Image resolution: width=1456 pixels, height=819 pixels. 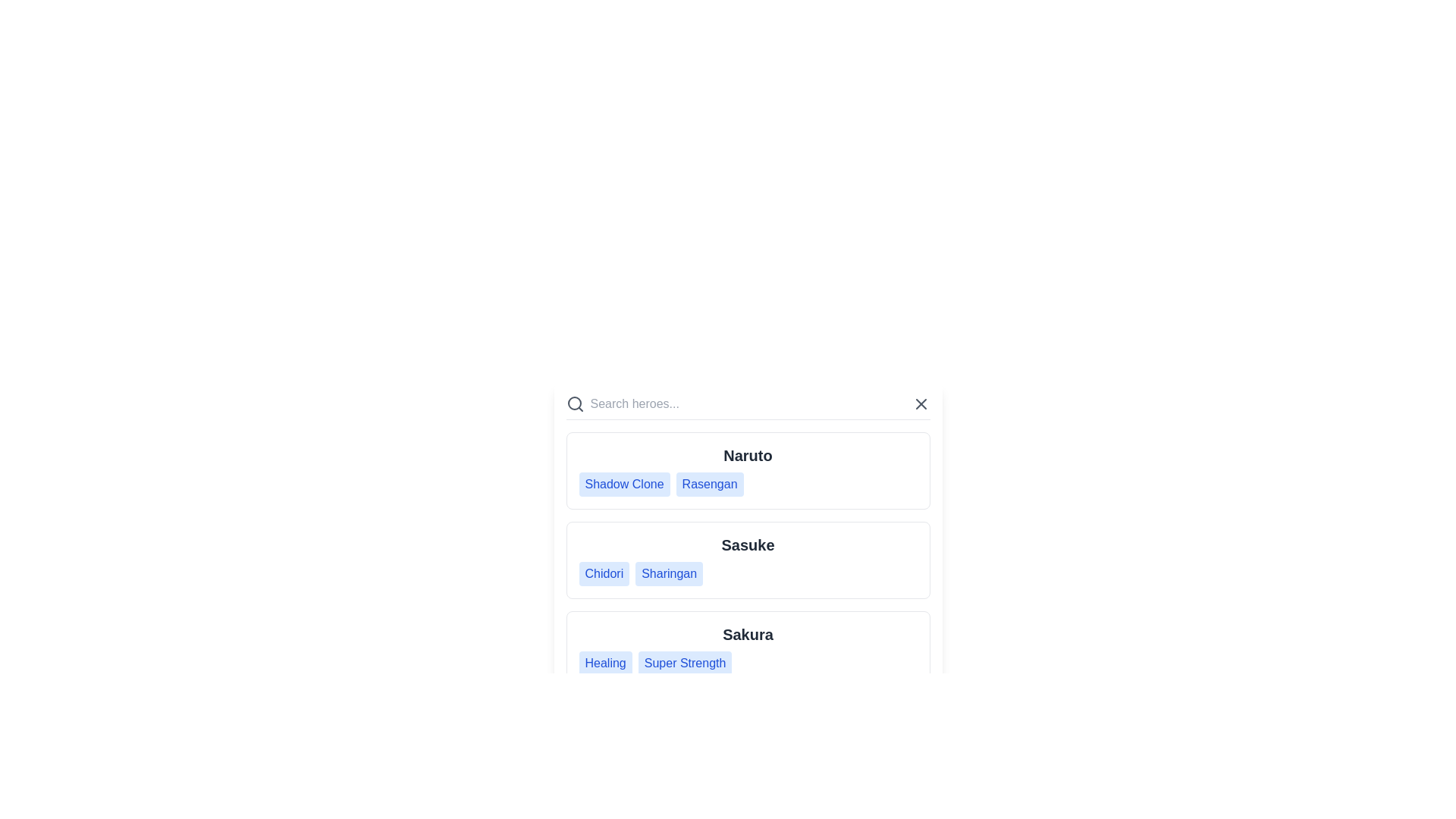 What do you see at coordinates (748, 544) in the screenshot?
I see `the text label displaying 'Sasuke', which serves as the title of the associated content above the buttons labeled 'Chidori' and 'Sharingan'` at bounding box center [748, 544].